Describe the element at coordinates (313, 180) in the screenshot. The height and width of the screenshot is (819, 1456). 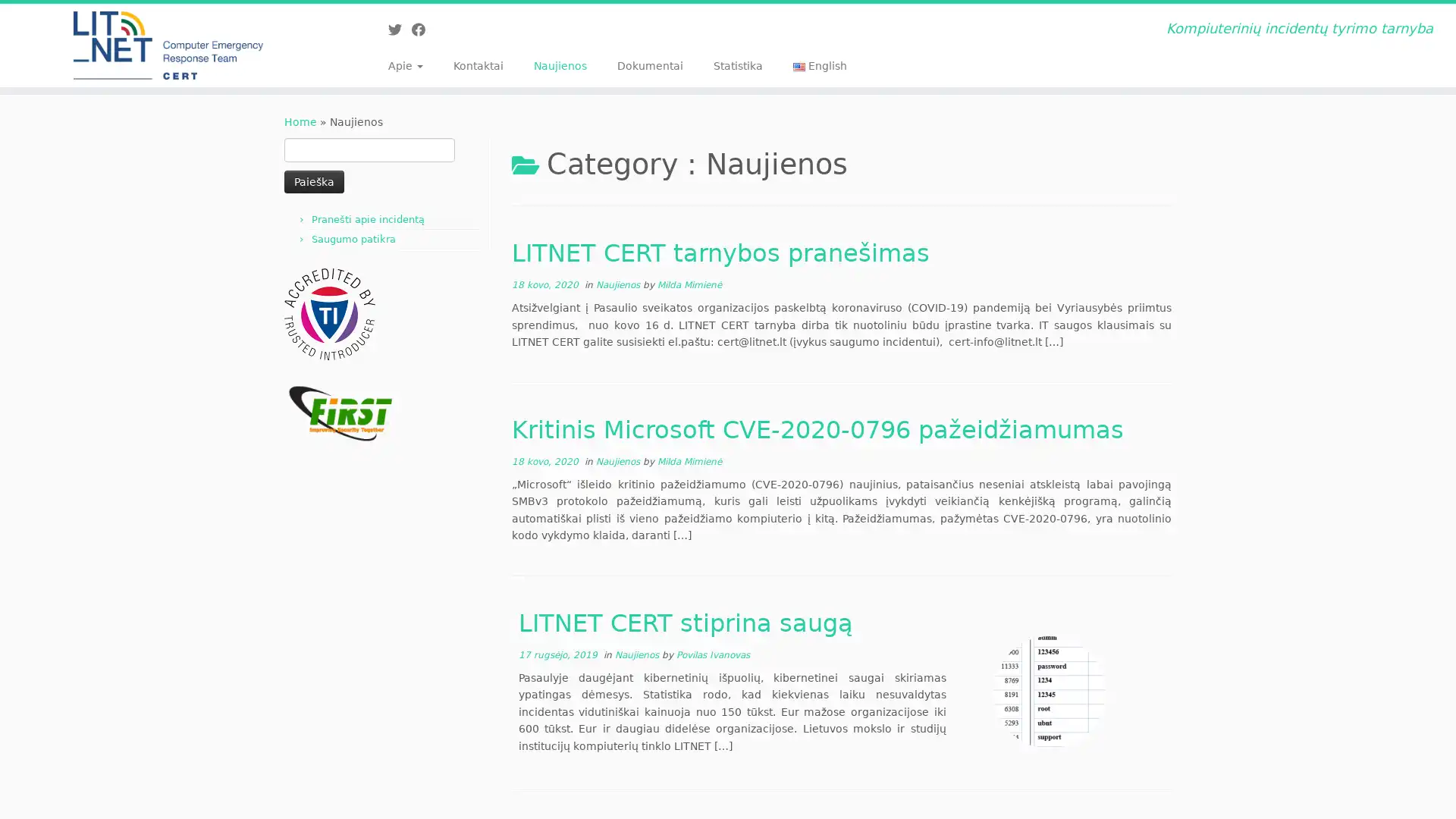
I see `Paieska` at that location.